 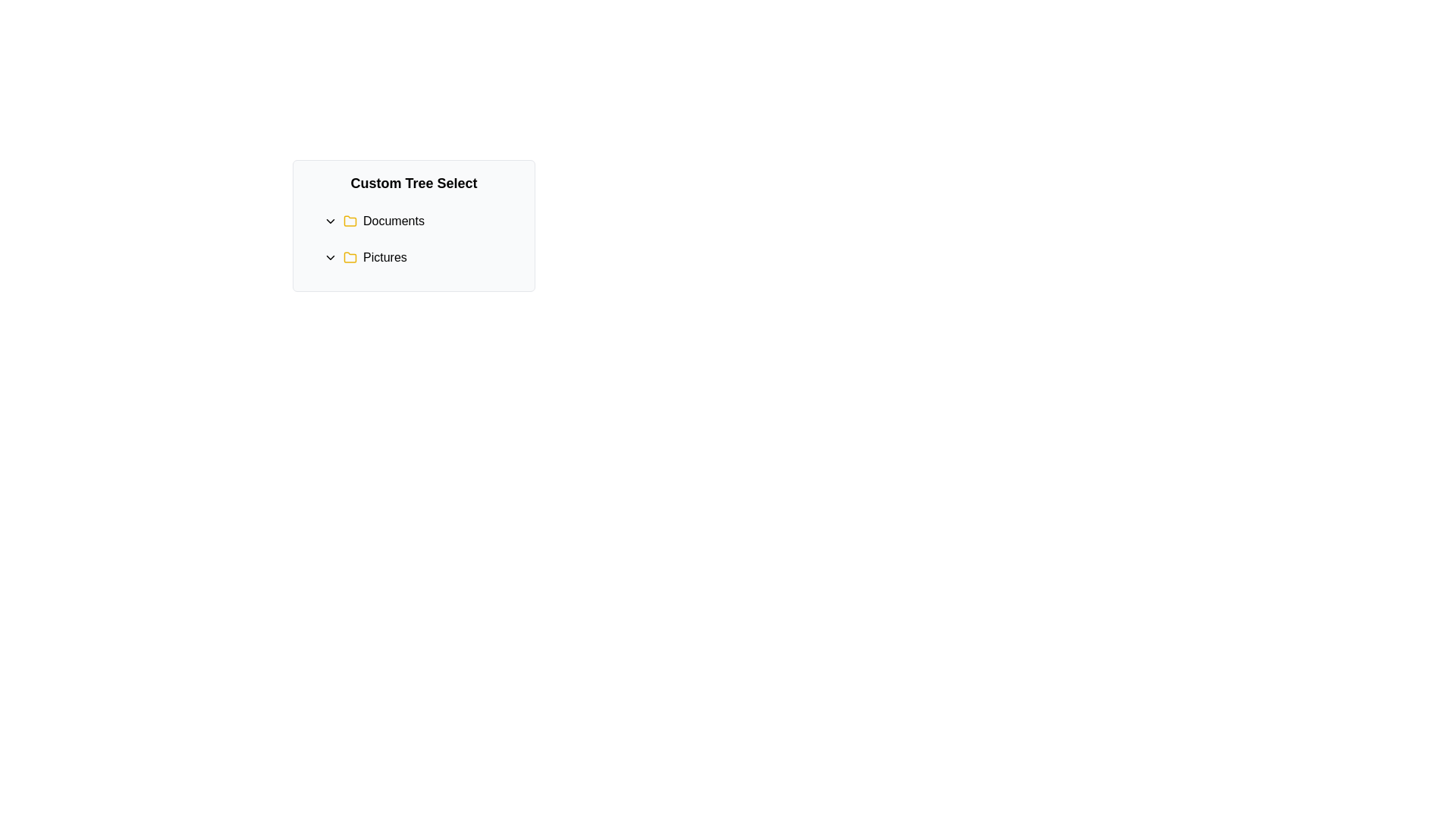 I want to click on the small yellow folder icon outlined in bold, located next to the 'Pictures' text, so click(x=349, y=256).